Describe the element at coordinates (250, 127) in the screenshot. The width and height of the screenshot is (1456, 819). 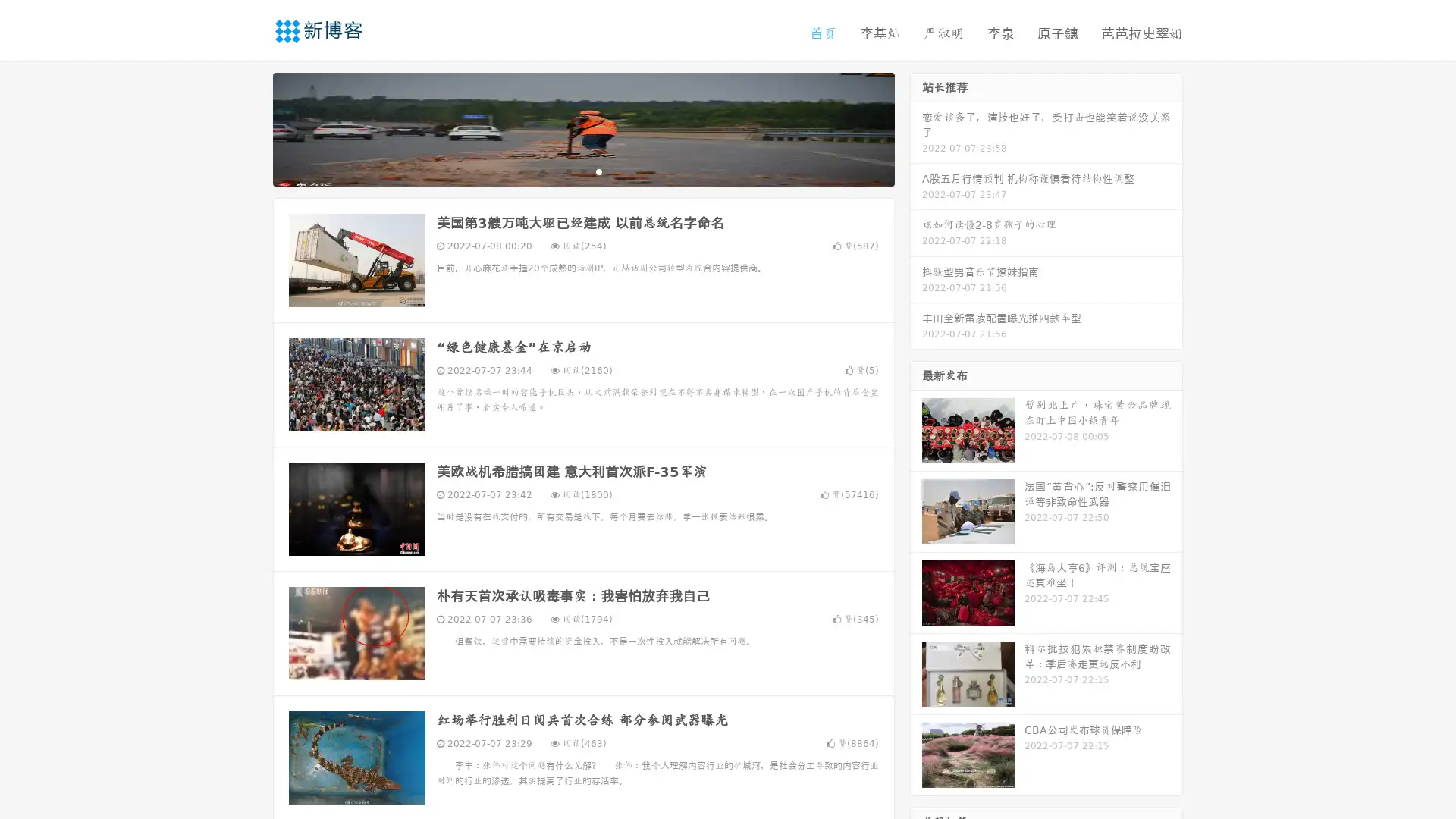
I see `Previous slide` at that location.